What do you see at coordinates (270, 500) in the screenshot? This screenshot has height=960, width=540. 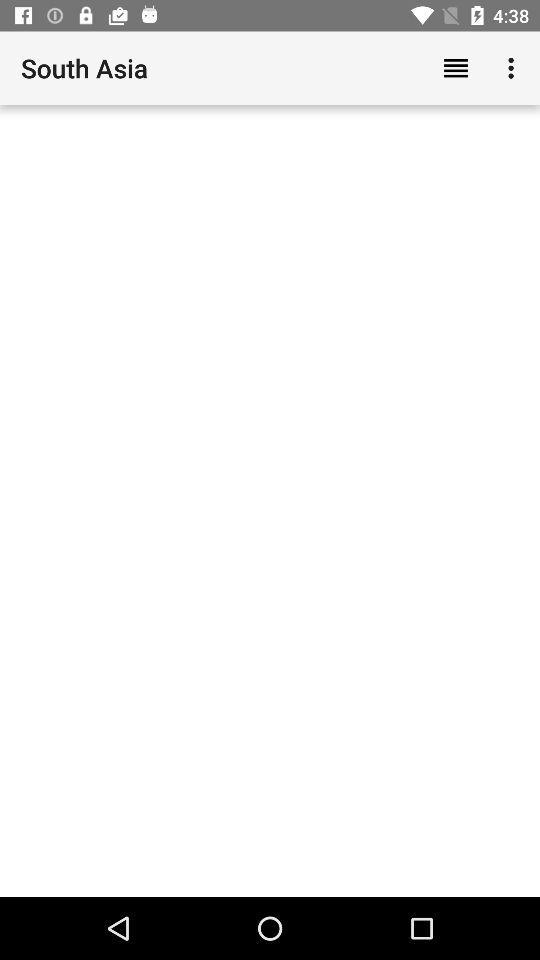 I see `icon at the center` at bounding box center [270, 500].